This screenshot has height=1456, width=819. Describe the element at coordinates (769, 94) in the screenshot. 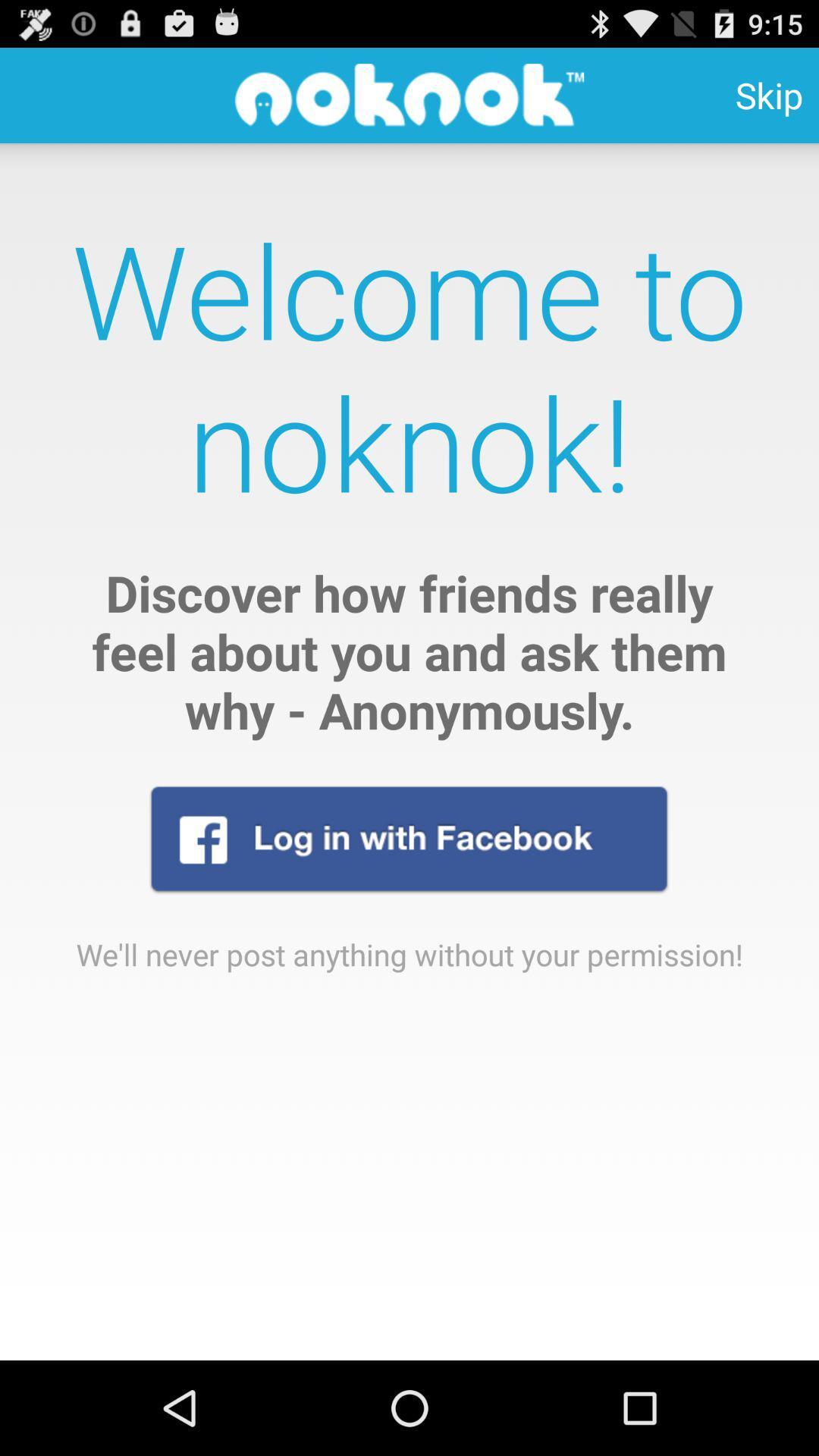

I see `skip icon` at that location.